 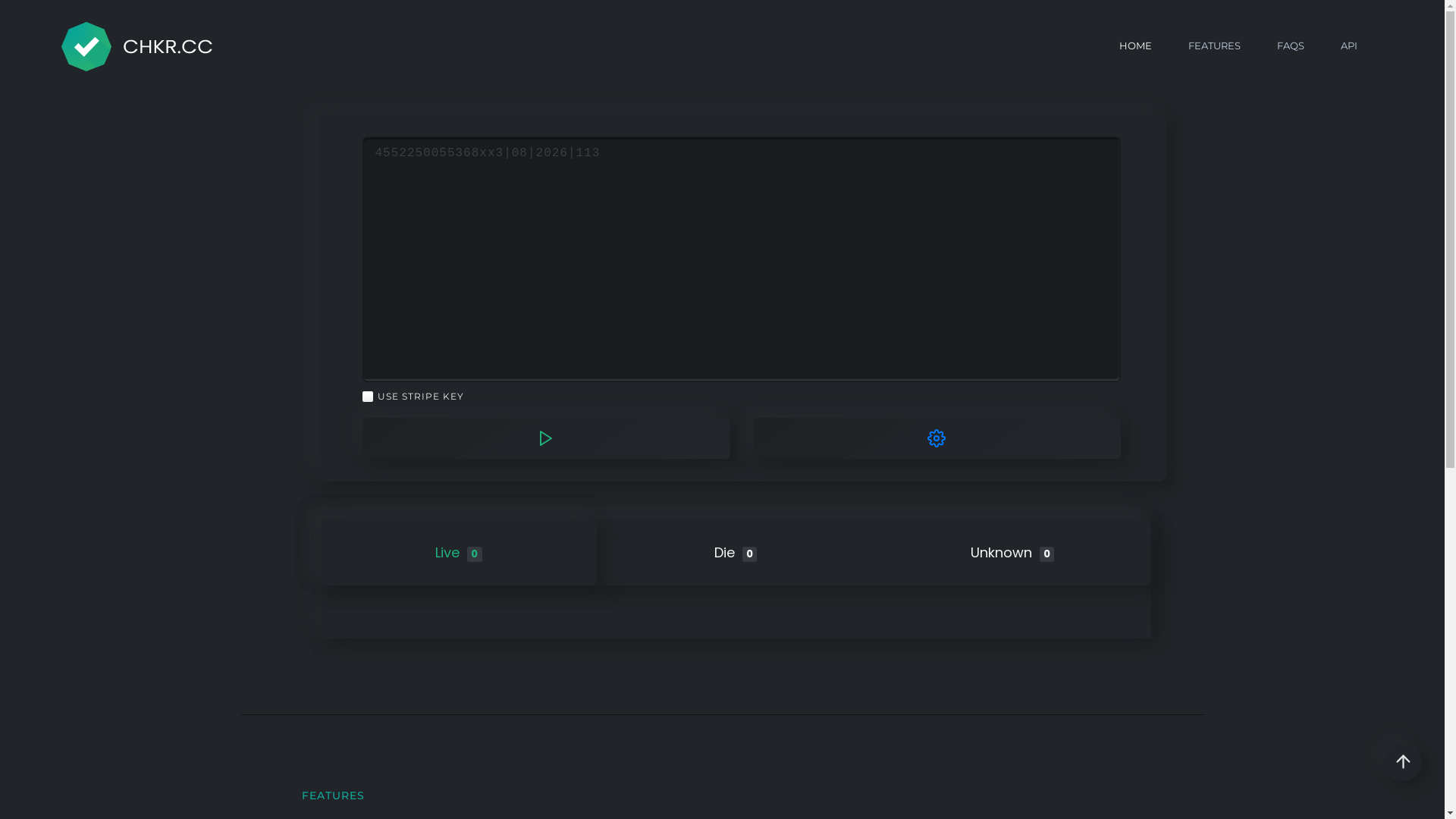 I want to click on 'FAQS', so click(x=1290, y=45).